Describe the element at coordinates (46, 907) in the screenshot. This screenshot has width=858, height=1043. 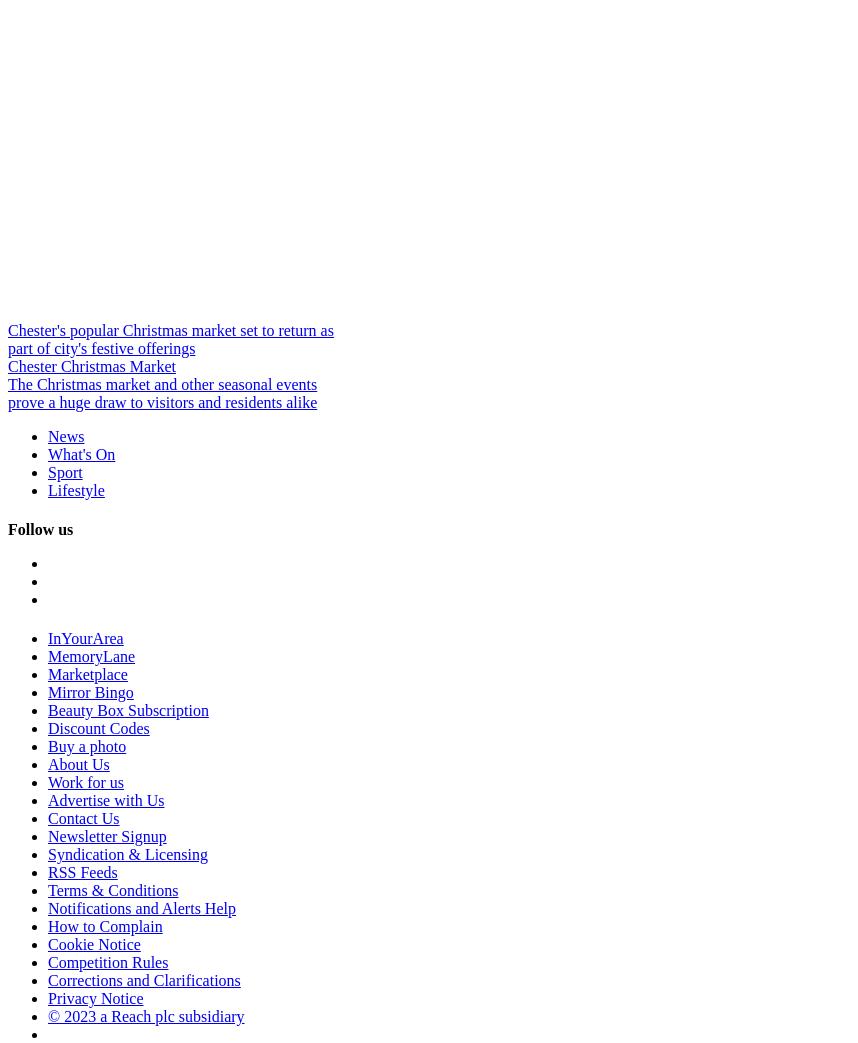
I see `'Notifications and Alerts Help'` at that location.